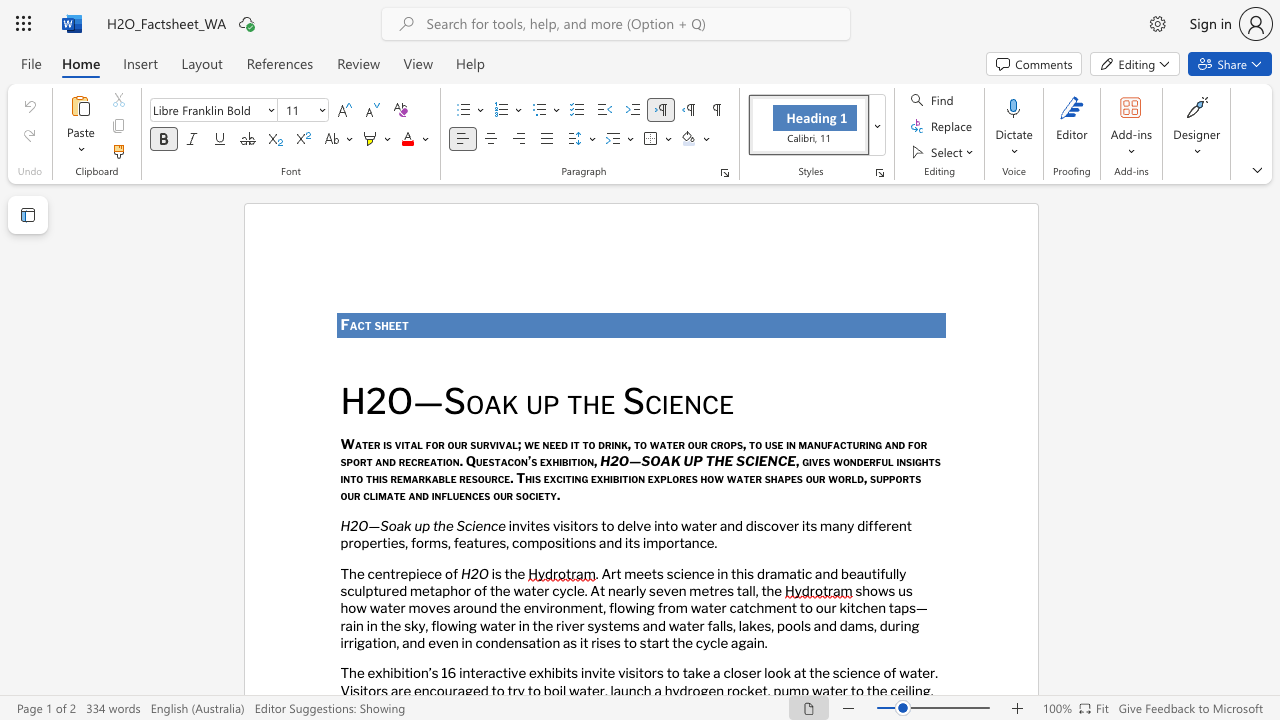  Describe the element at coordinates (569, 543) in the screenshot. I see `the subset text "ions" within the text "compositions"` at that location.